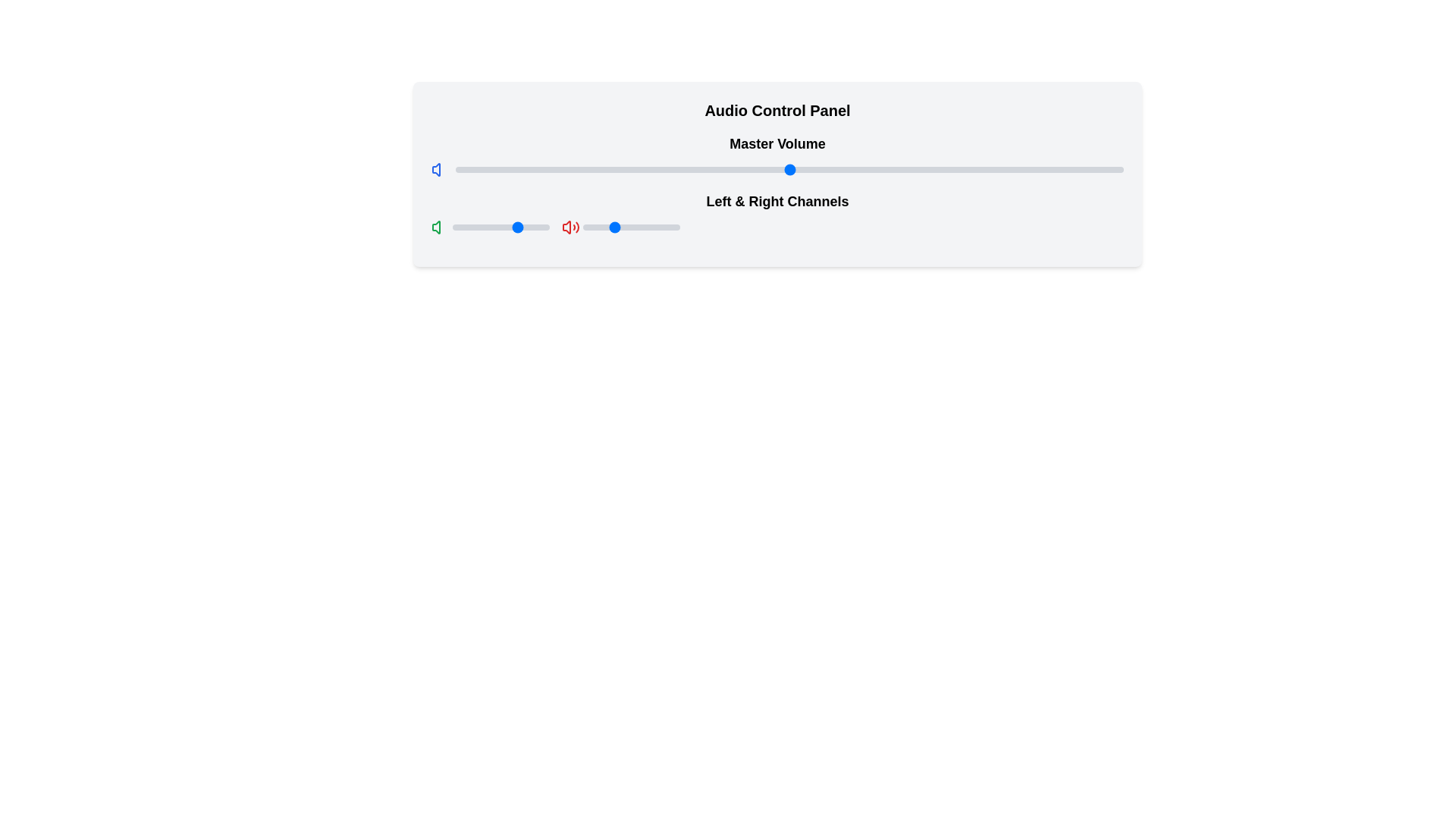 Image resolution: width=1456 pixels, height=819 pixels. I want to click on the heading displaying 'Left & Right Channels' in bold within the 'Audio Control Panel' section, located below the 'Master Volume' heading, so click(777, 213).